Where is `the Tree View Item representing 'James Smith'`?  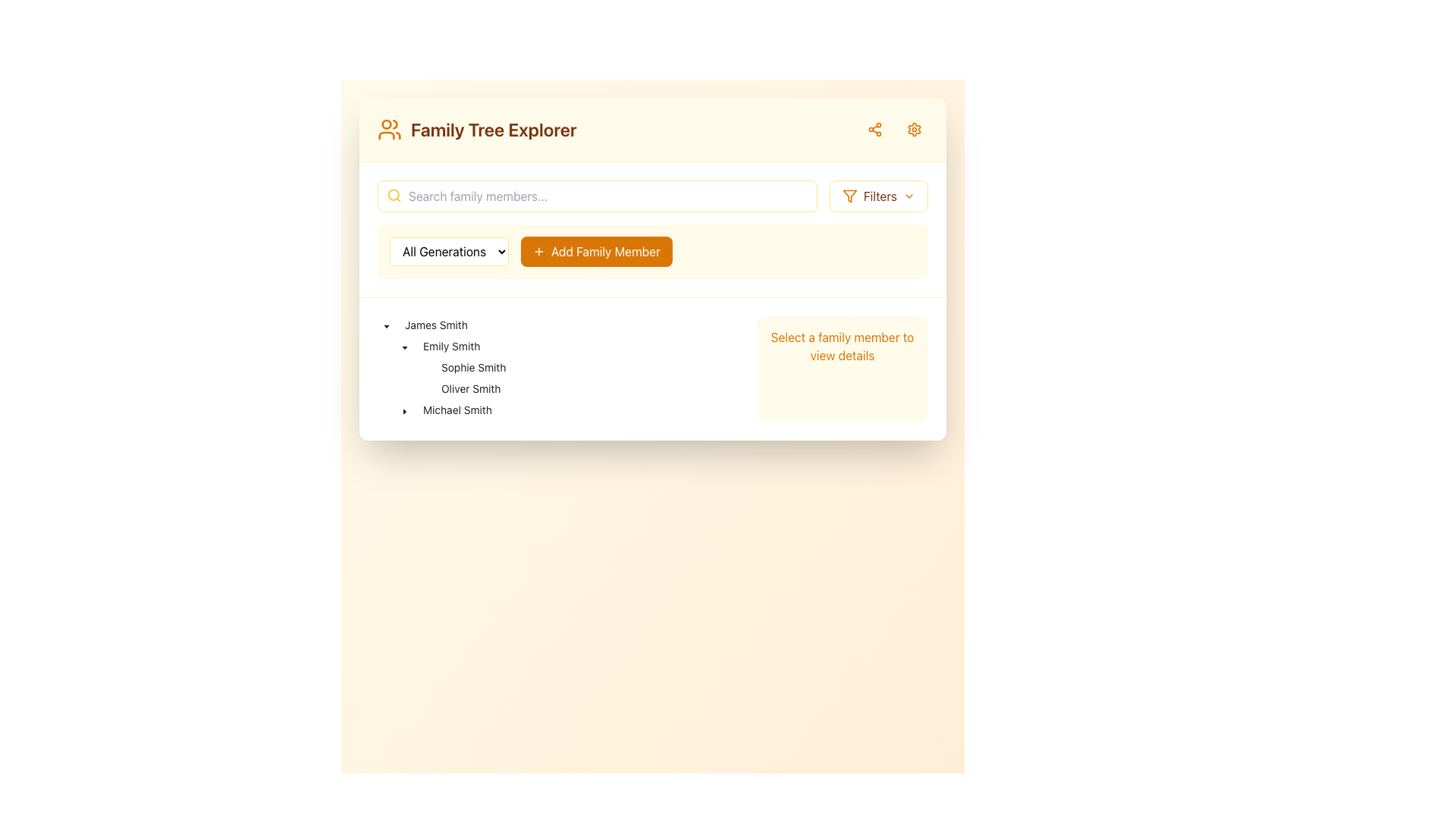
the Tree View Item representing 'James Smith' is located at coordinates (425, 324).